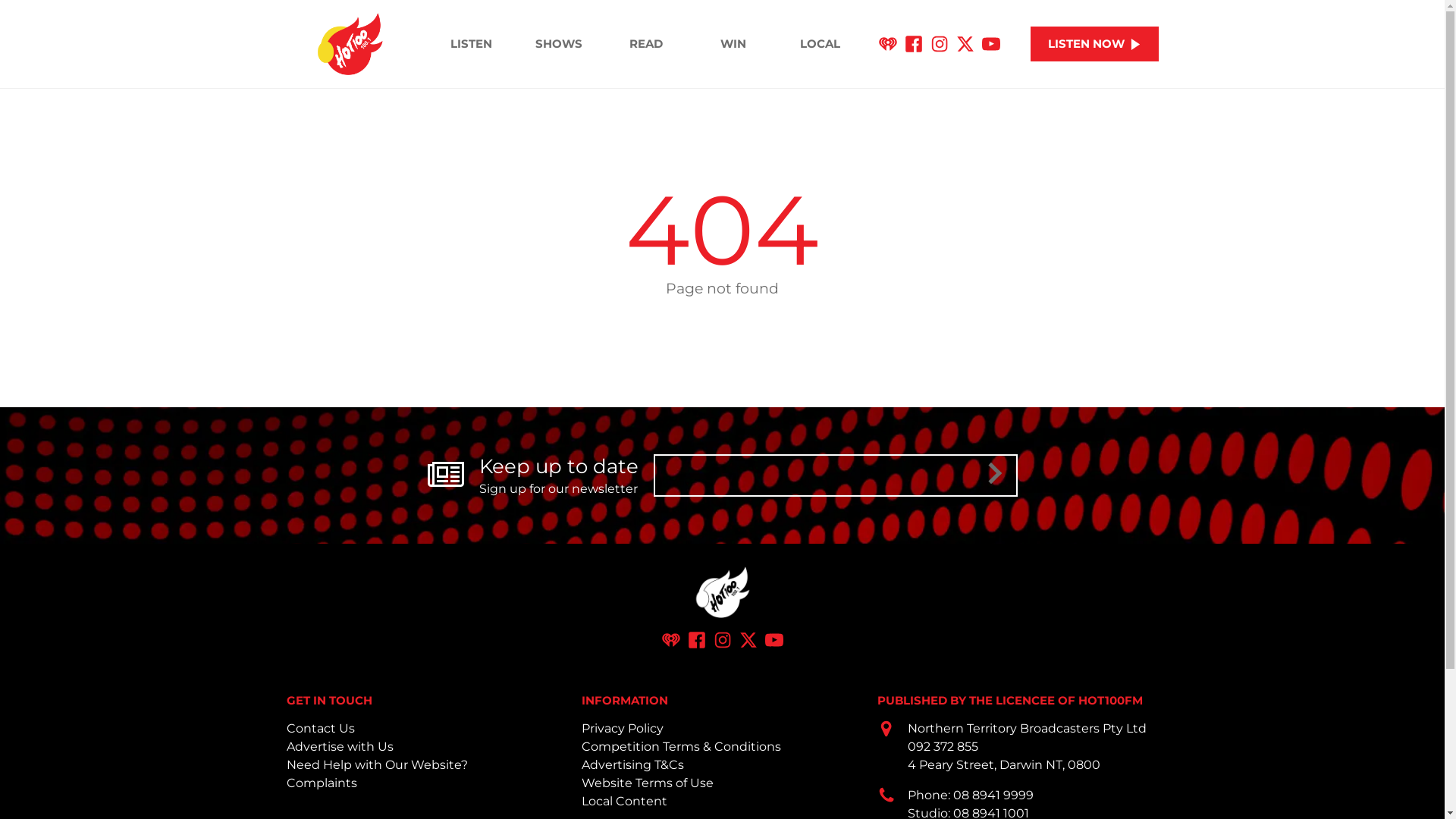 The height and width of the screenshot is (819, 1456). I want to click on 'Complaints', so click(321, 783).